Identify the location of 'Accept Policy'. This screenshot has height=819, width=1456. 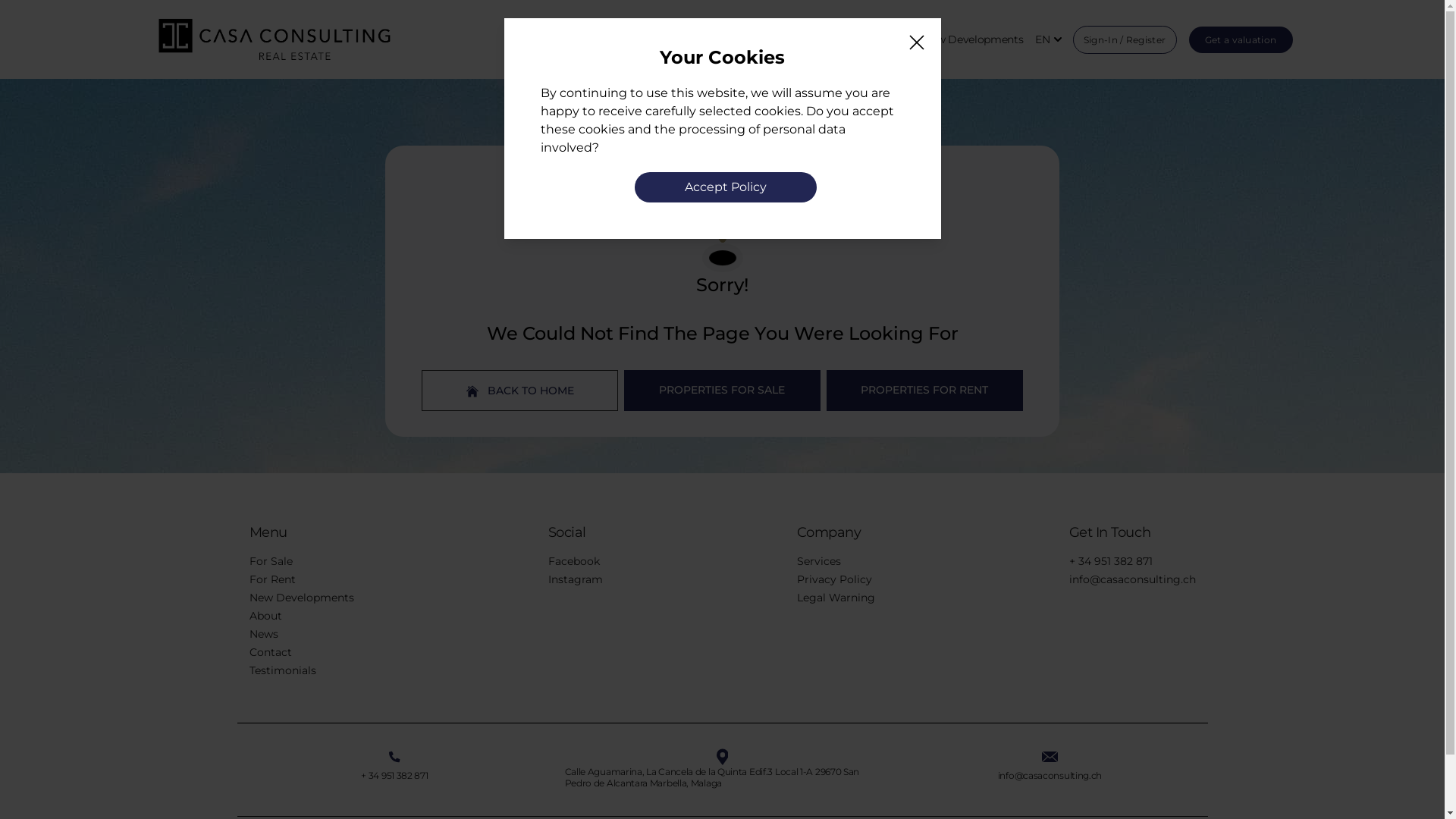
(723, 186).